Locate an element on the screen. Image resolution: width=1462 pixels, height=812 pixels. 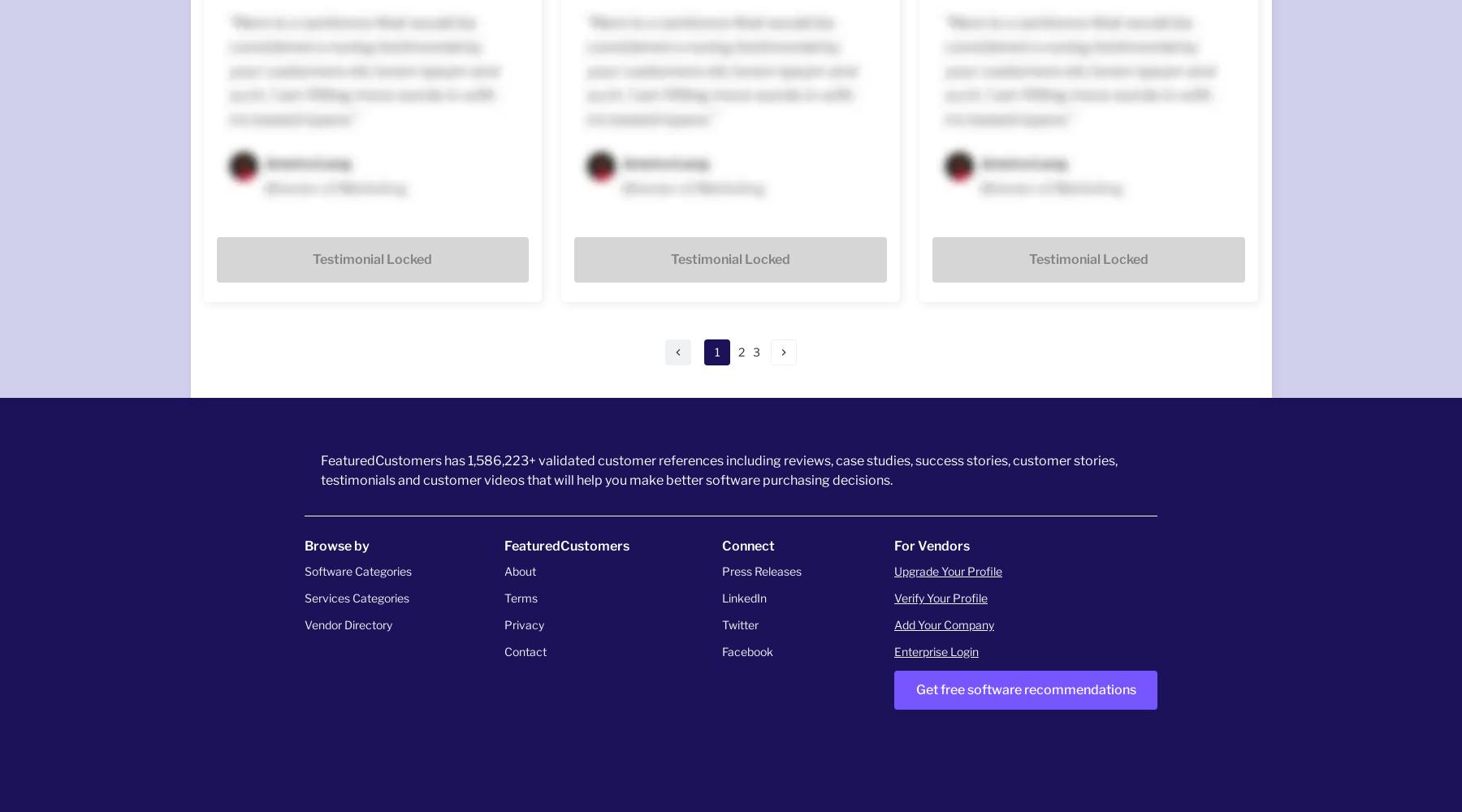
'Terms' is located at coordinates (521, 596).